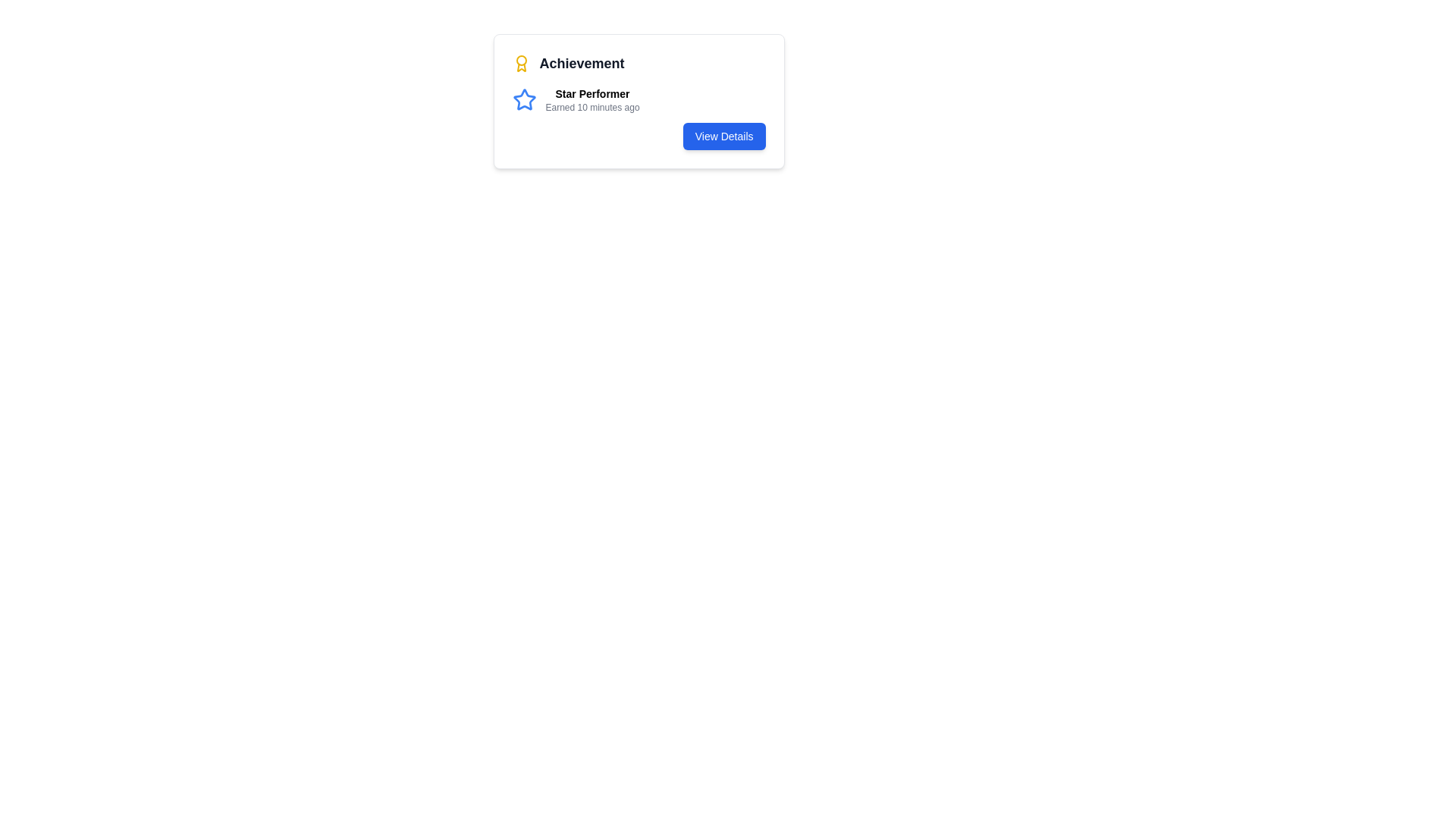 The height and width of the screenshot is (819, 1456). I want to click on the Informational Label displaying 'Star Performer' with a star icon and accompanying text 'Earned 10 minutes ago', so click(639, 99).